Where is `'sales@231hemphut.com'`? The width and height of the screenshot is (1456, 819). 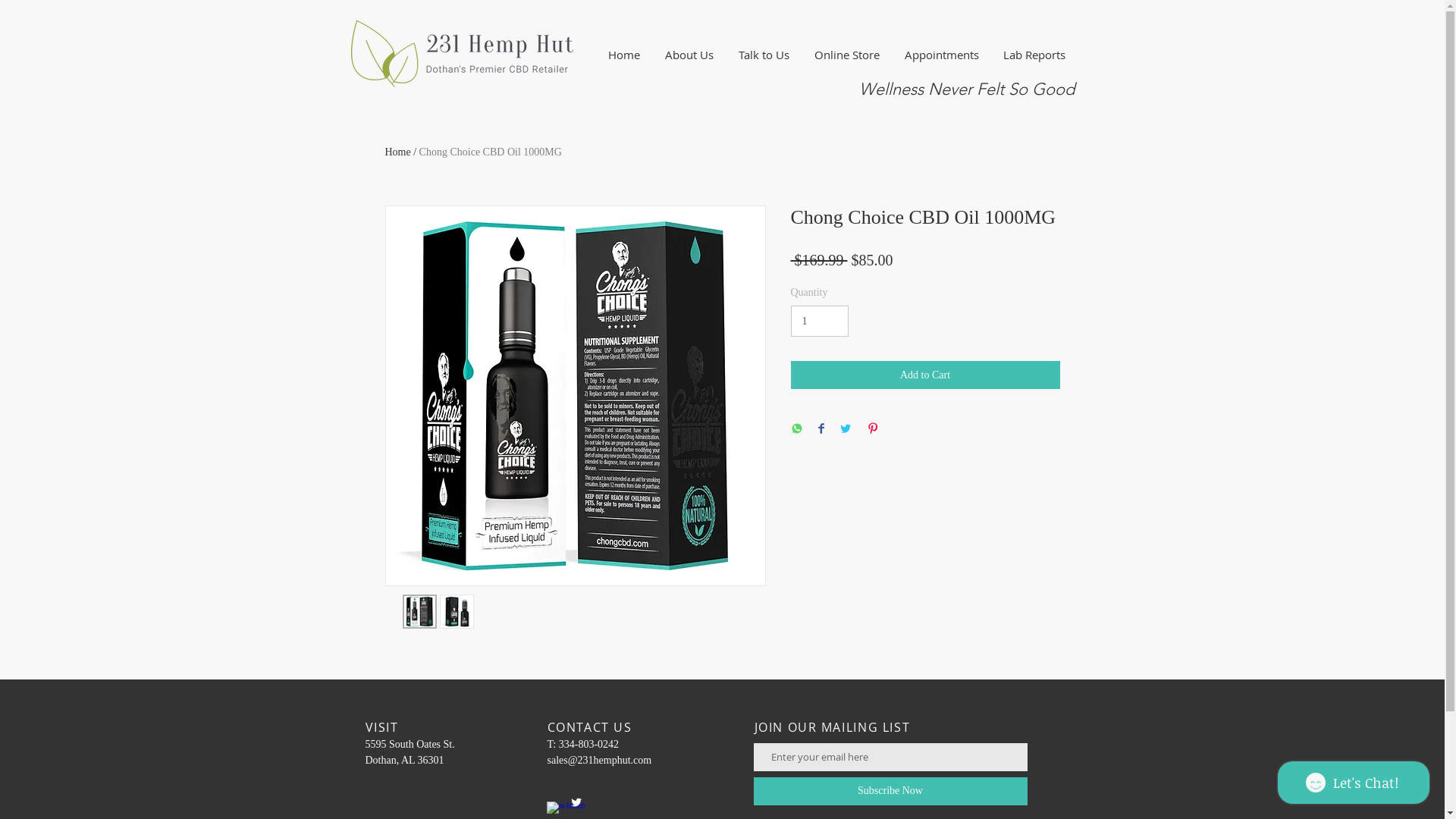 'sales@231hemphut.com' is located at coordinates (546, 760).